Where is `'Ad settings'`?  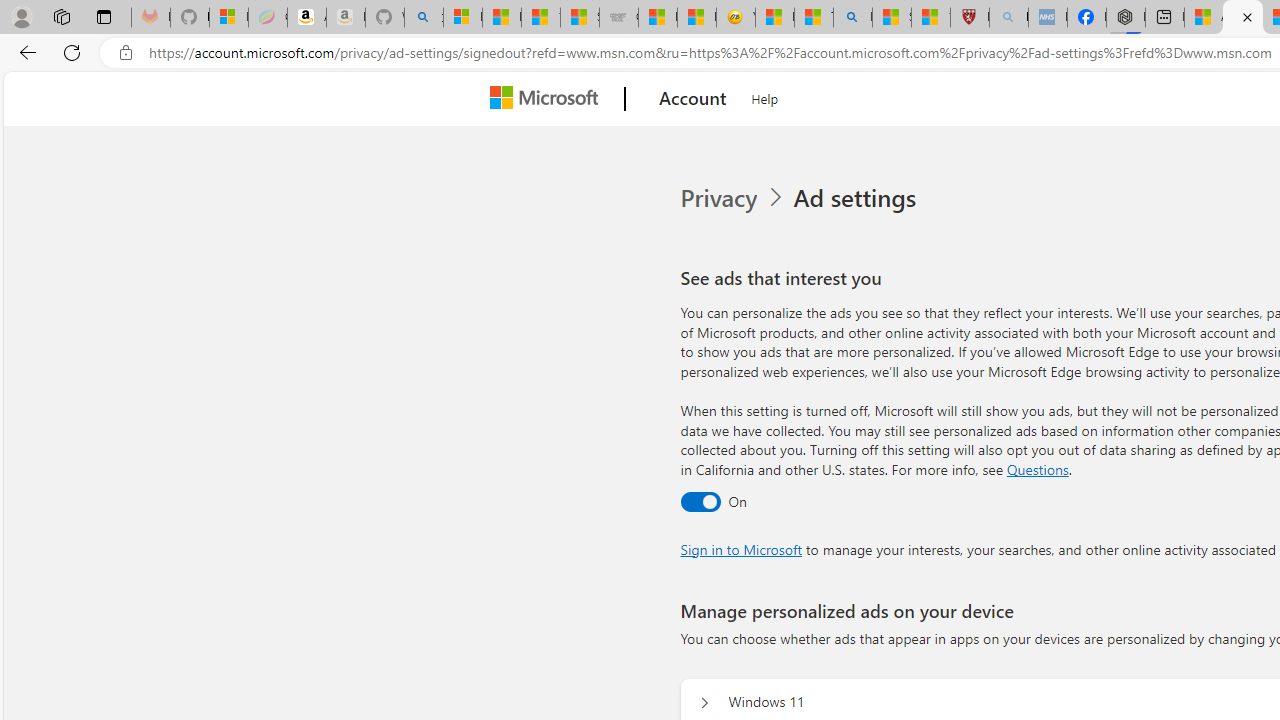 'Ad settings' is located at coordinates (858, 198).